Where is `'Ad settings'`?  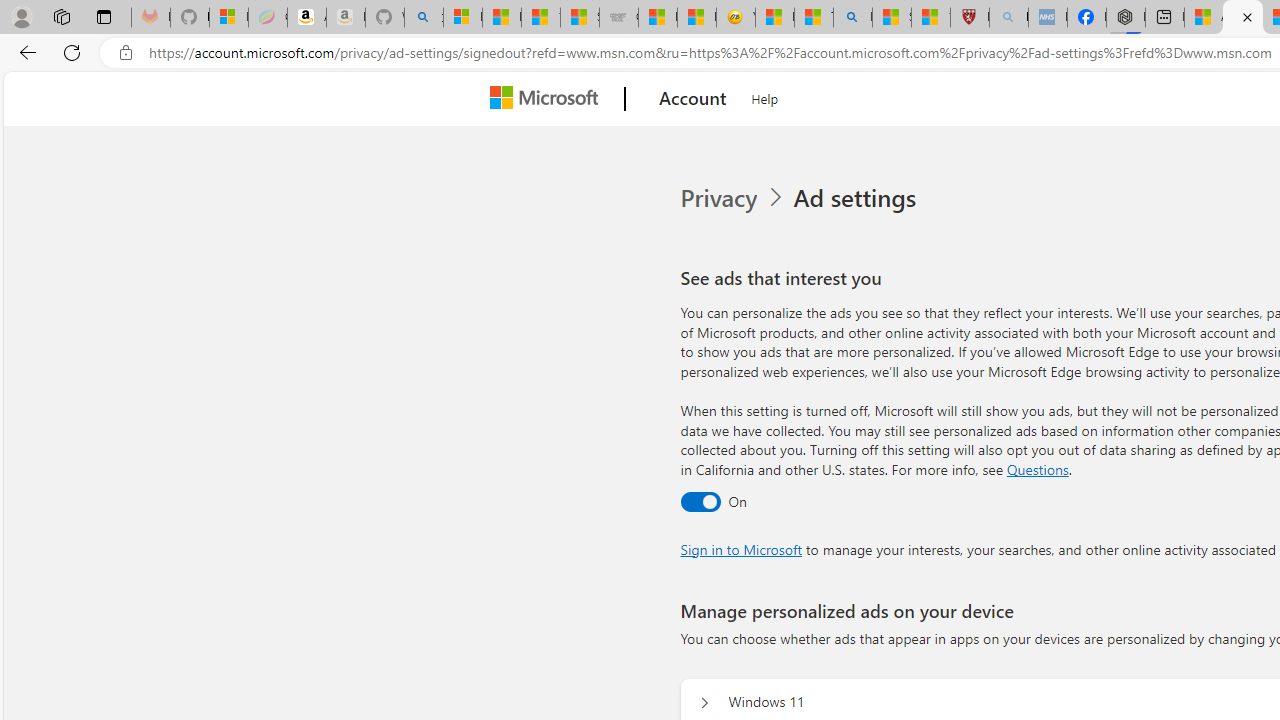 'Ad settings' is located at coordinates (858, 198).